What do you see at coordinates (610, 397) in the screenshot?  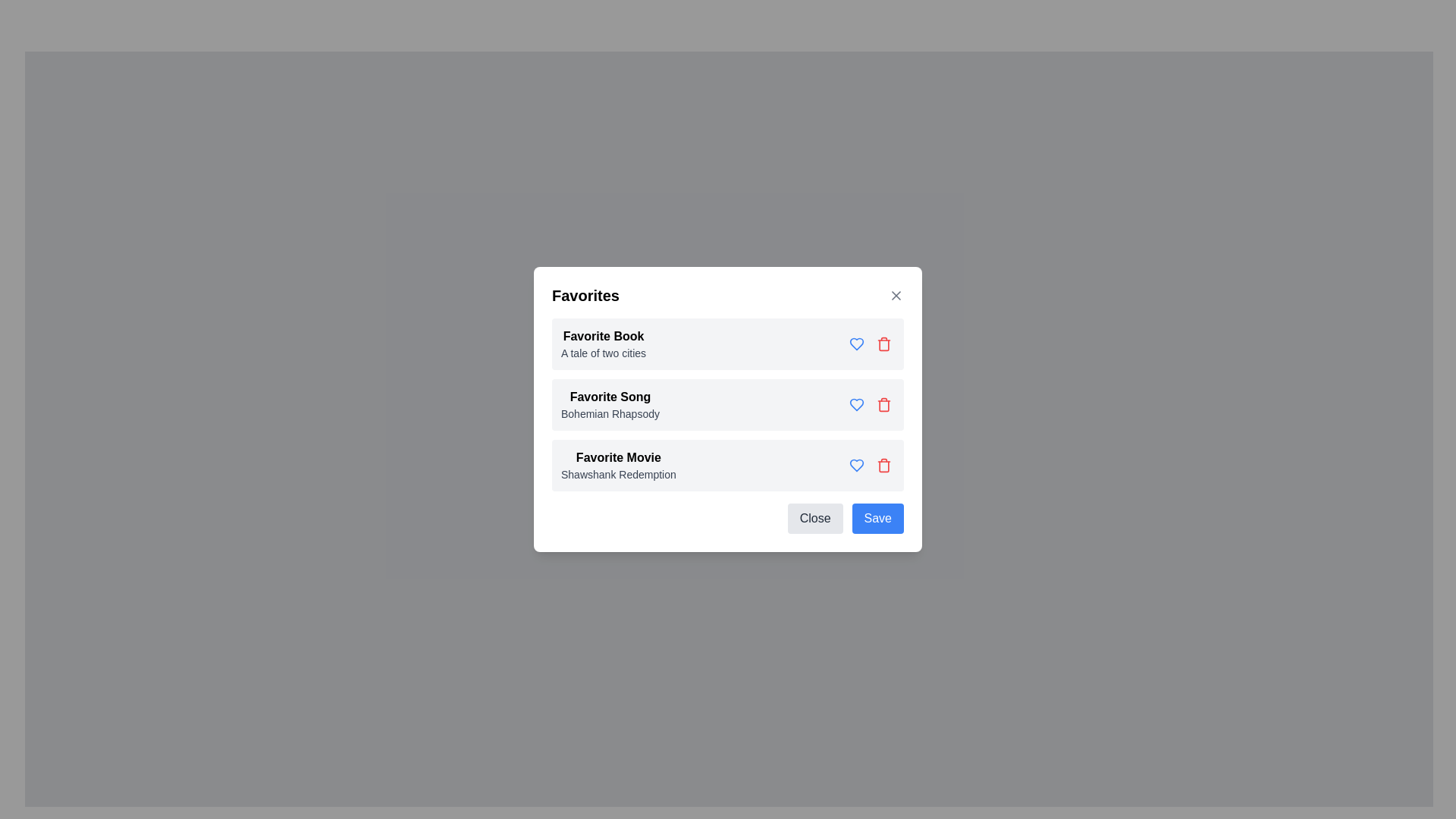 I see `the static text label that describes the song name, located in the second row of the 'Favorites' section dialog, above 'Bohemian Rhapsody'` at bounding box center [610, 397].